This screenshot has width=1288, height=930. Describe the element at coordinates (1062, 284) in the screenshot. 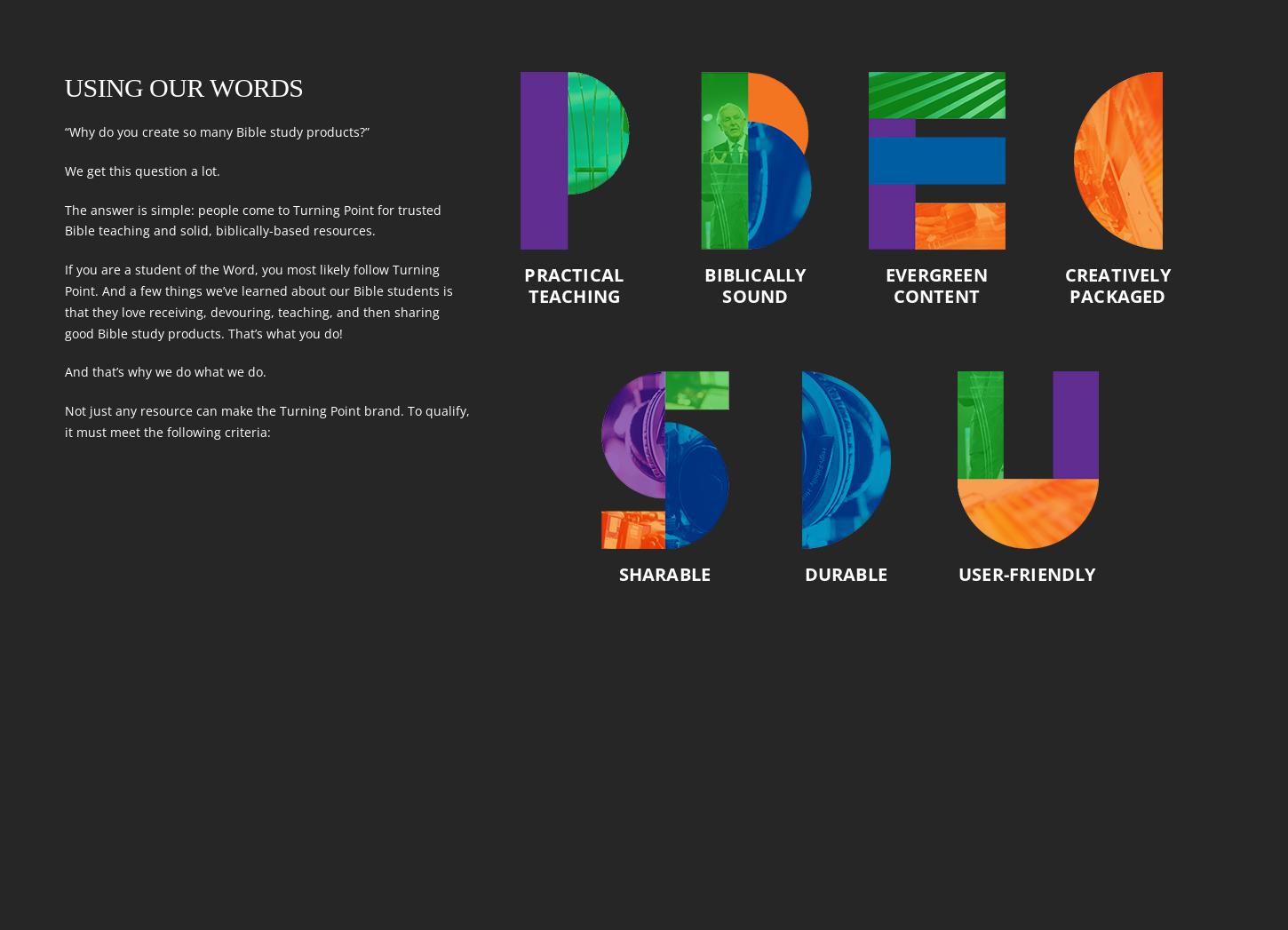

I see `'Creatively Packaged'` at that location.